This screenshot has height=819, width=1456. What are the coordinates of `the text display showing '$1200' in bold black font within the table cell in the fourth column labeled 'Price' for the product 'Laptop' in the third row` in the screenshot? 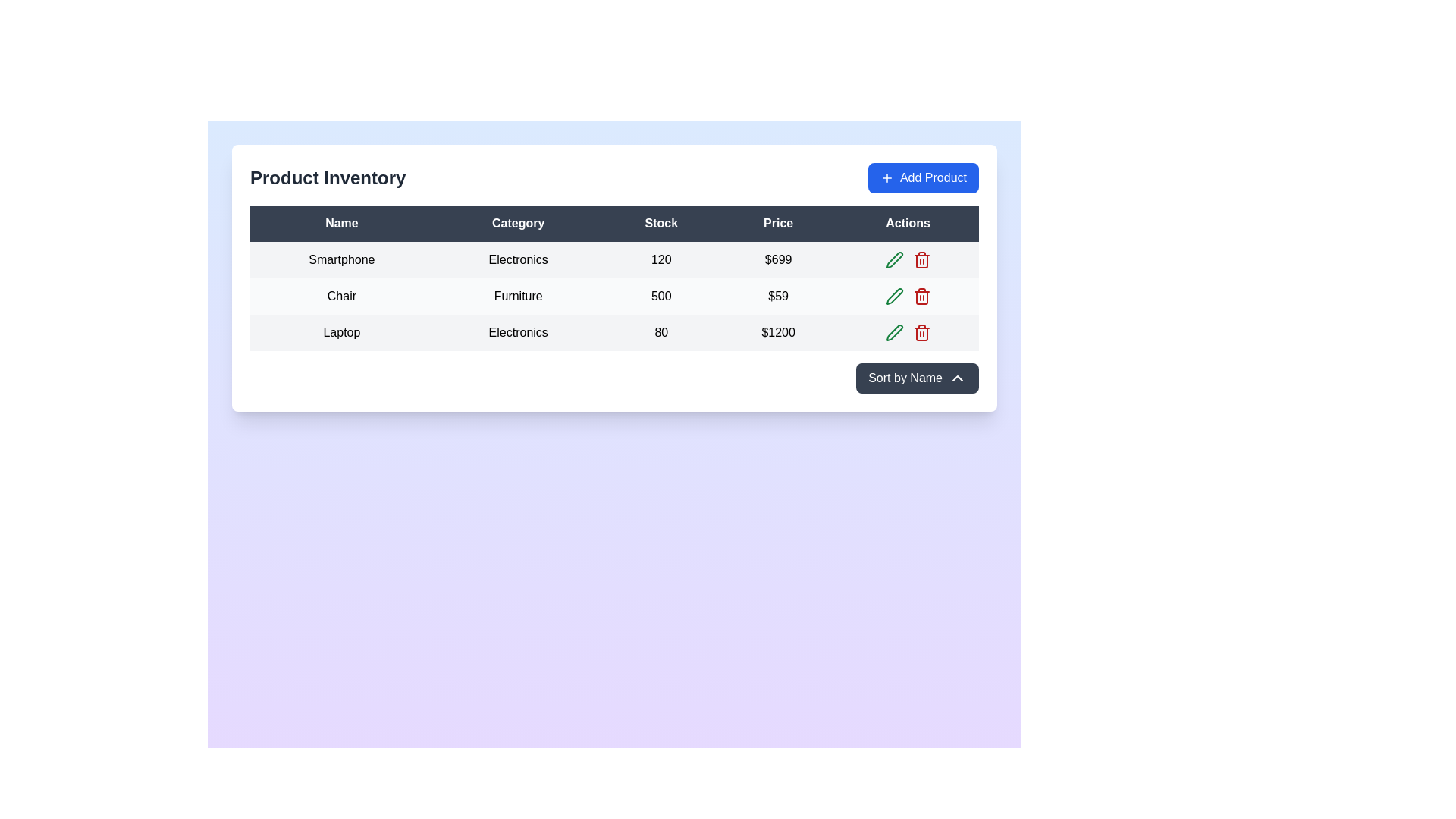 It's located at (778, 332).